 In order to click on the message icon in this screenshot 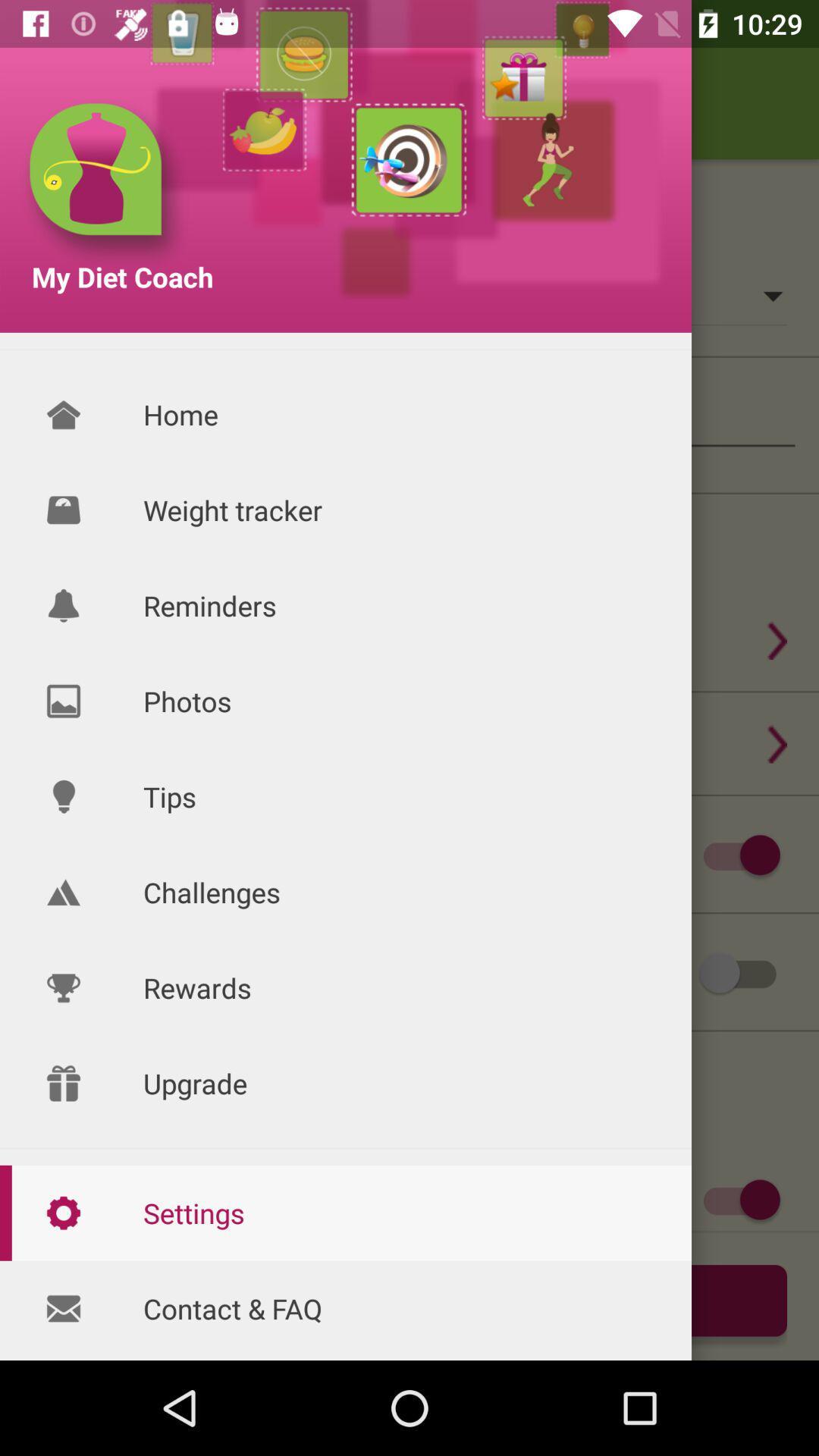, I will do `click(63, 1308)`.